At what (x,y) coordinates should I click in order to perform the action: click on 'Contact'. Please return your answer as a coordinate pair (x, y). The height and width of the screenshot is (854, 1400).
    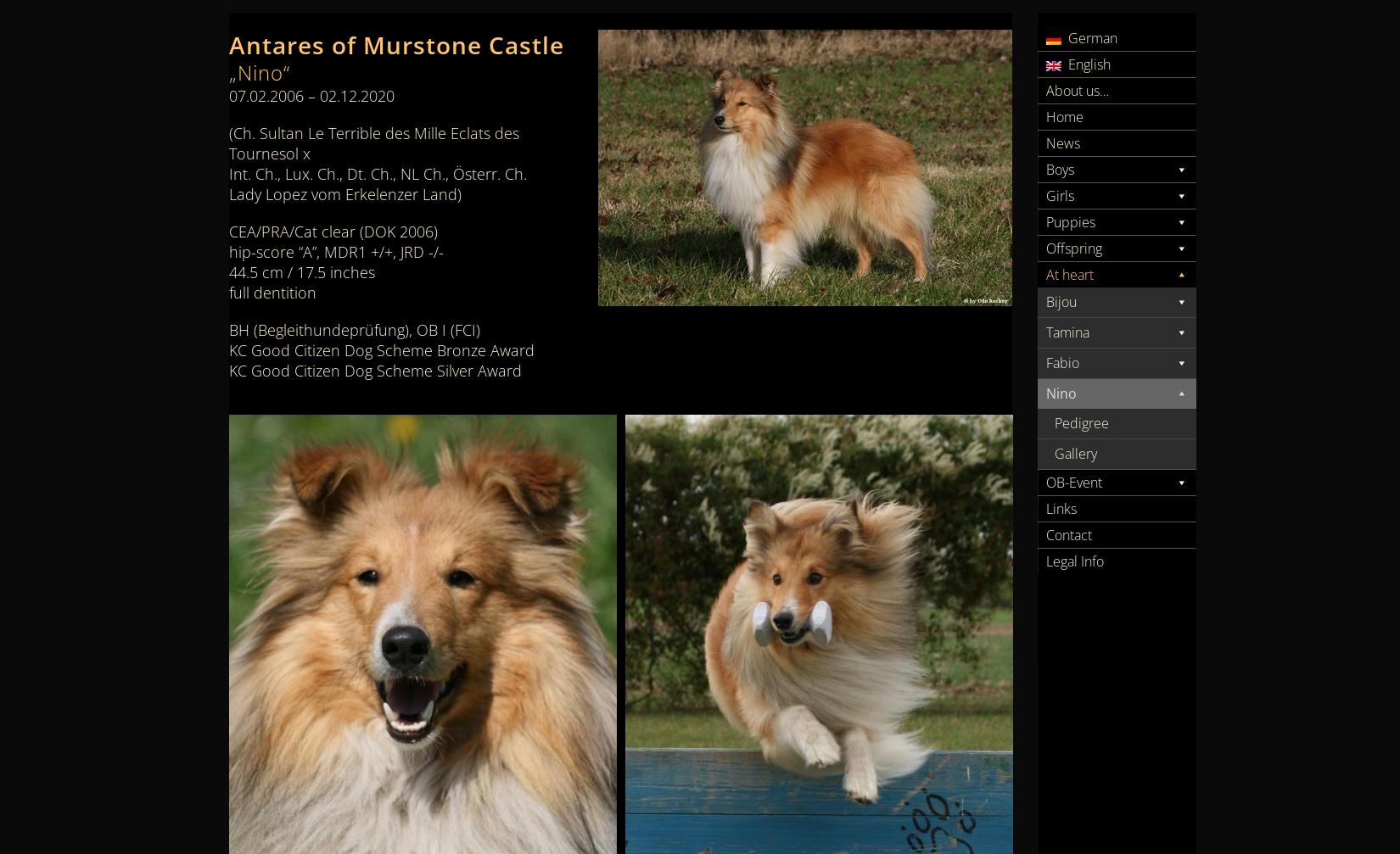
    Looking at the image, I should click on (1067, 533).